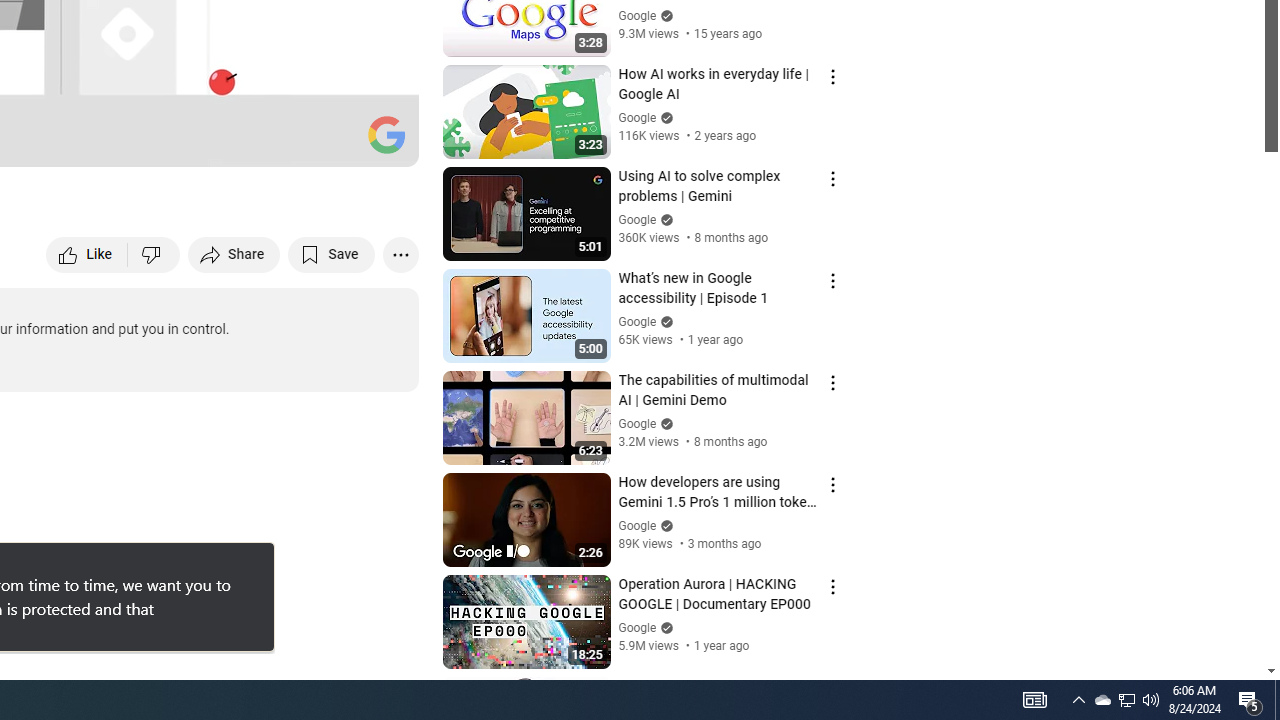 The image size is (1280, 720). I want to click on 'Like', so click(86, 253).